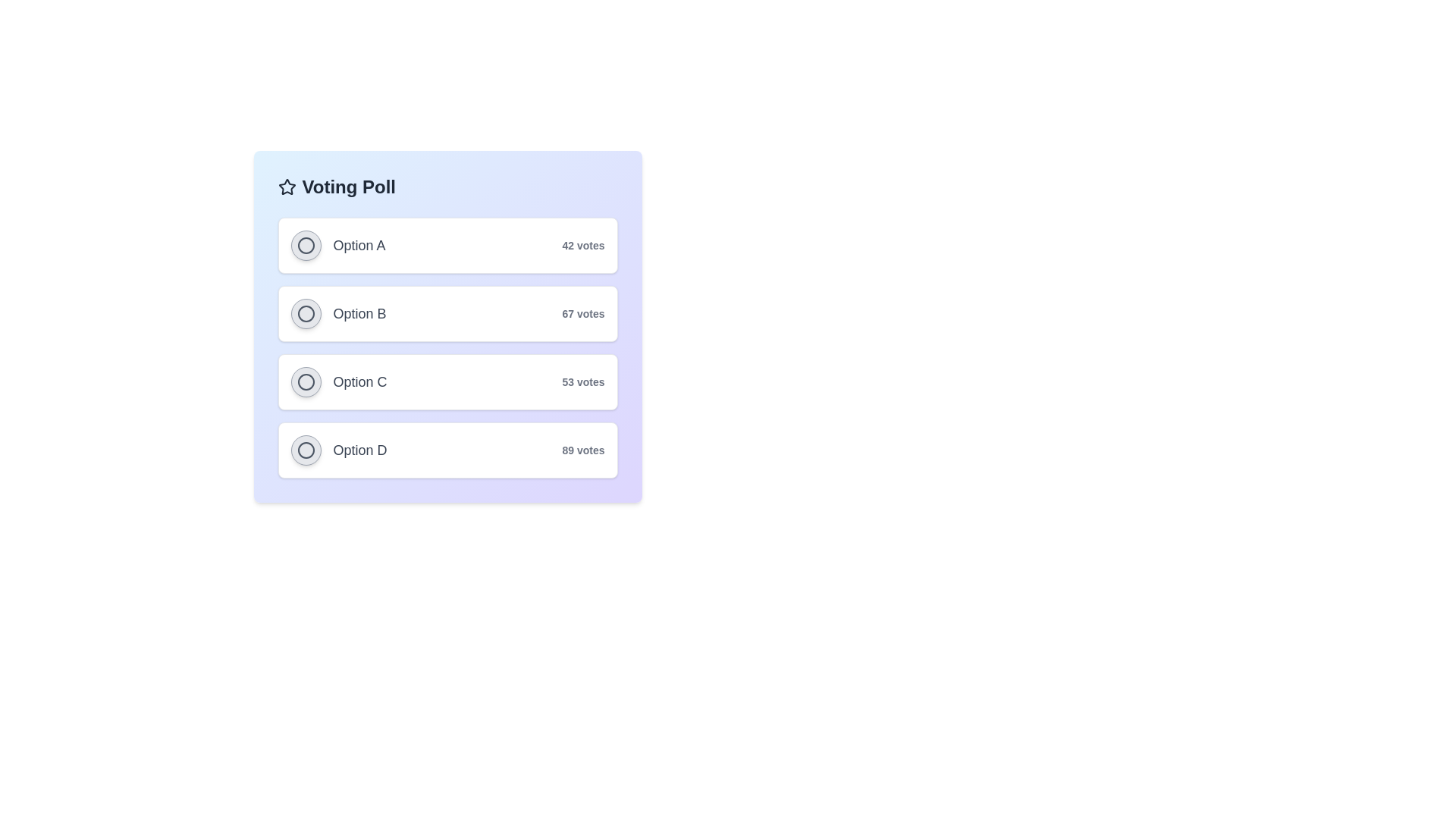  Describe the element at coordinates (447, 381) in the screenshot. I see `the 'Option C' Poll option card, which is the third card in a vertical list of voting options, to potentially trigger an action` at that location.